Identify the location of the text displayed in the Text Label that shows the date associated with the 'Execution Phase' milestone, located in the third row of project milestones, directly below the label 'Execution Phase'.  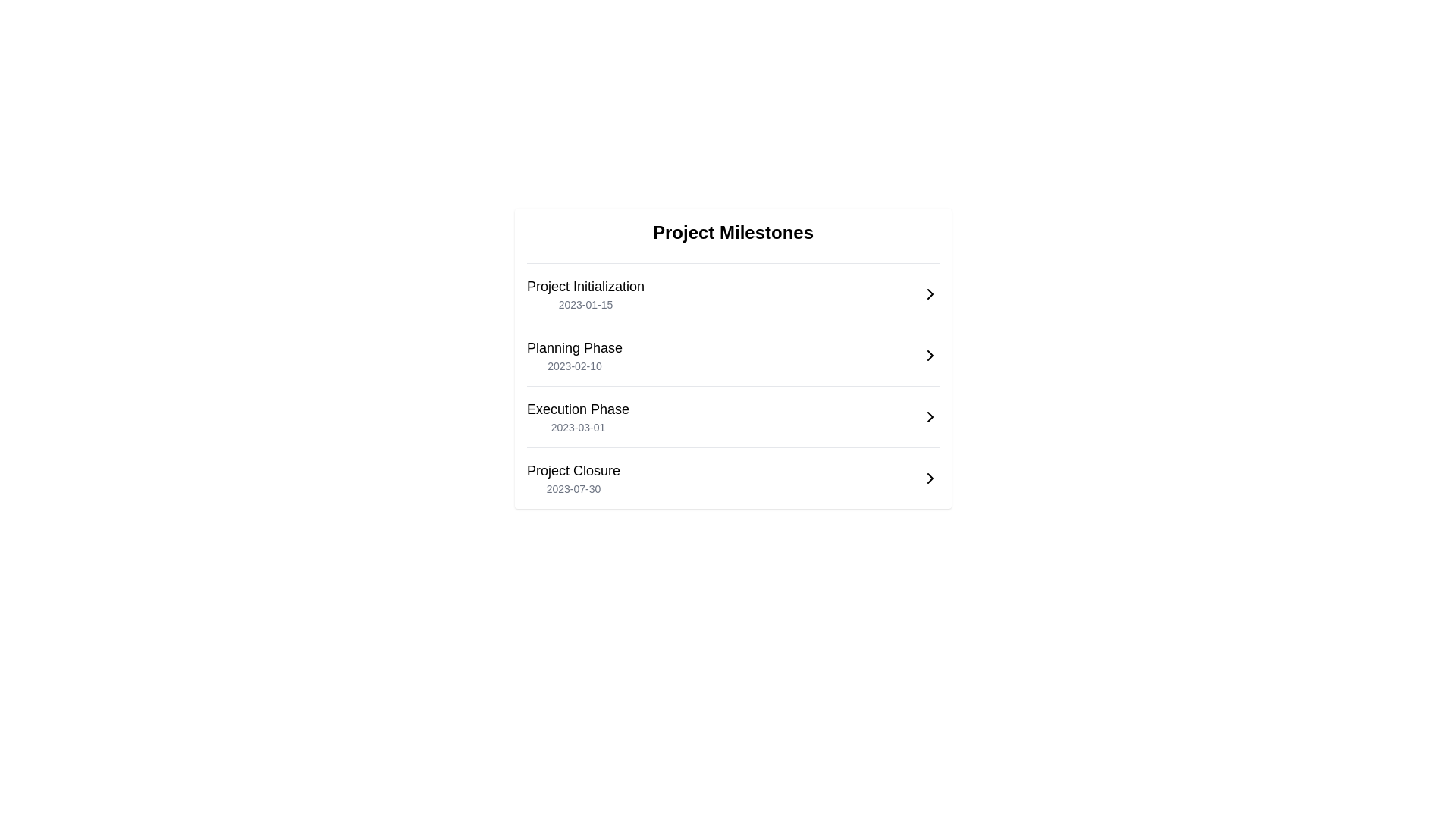
(577, 427).